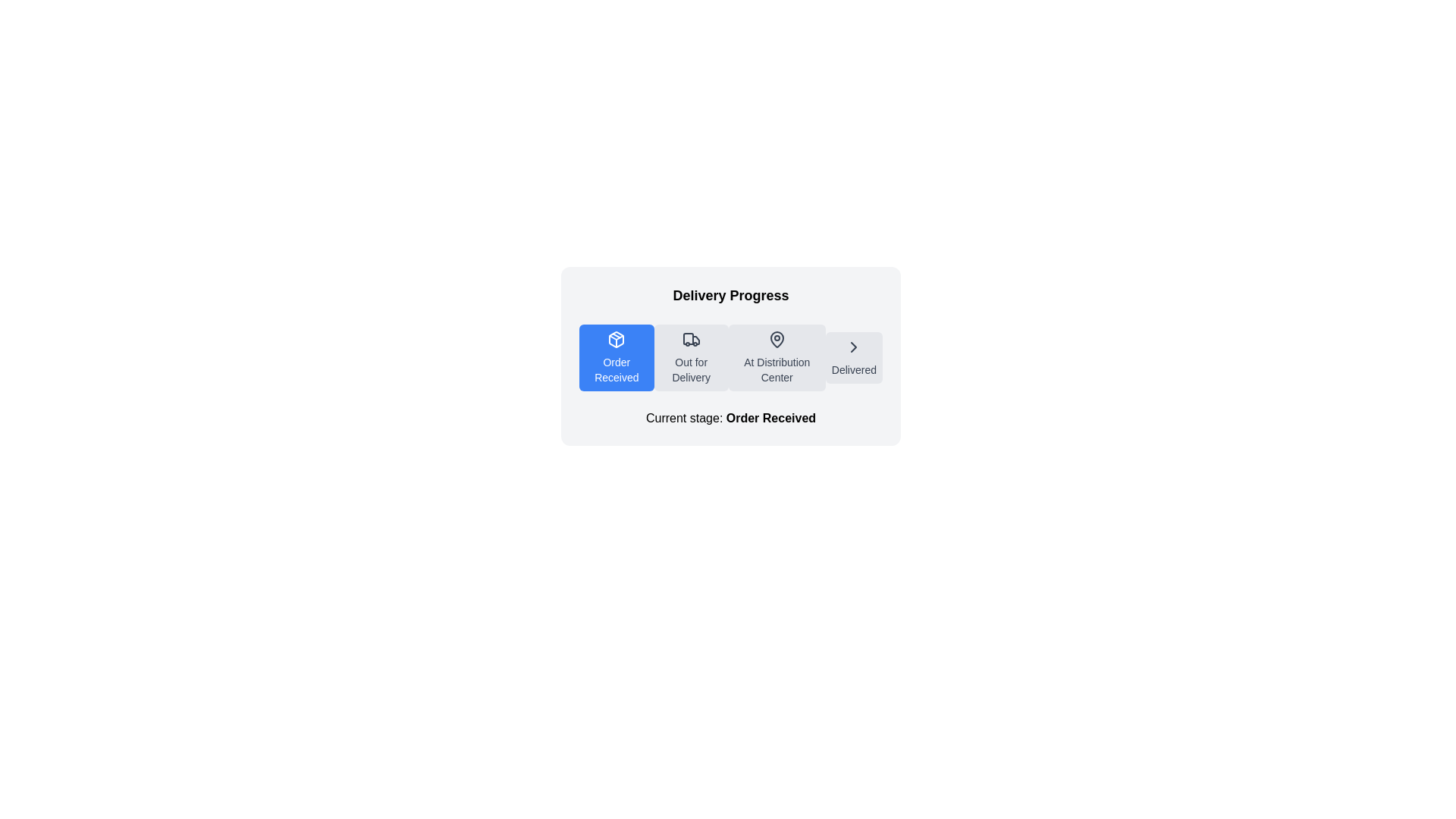  What do you see at coordinates (690, 357) in the screenshot?
I see `the 'Out for Delivery' label with an indicative icon, which represents the current status in a delivery progress tracker. This element is styled as a button for visual grouping and is located between 'Order Received' and 'At Distribution Center'` at bounding box center [690, 357].